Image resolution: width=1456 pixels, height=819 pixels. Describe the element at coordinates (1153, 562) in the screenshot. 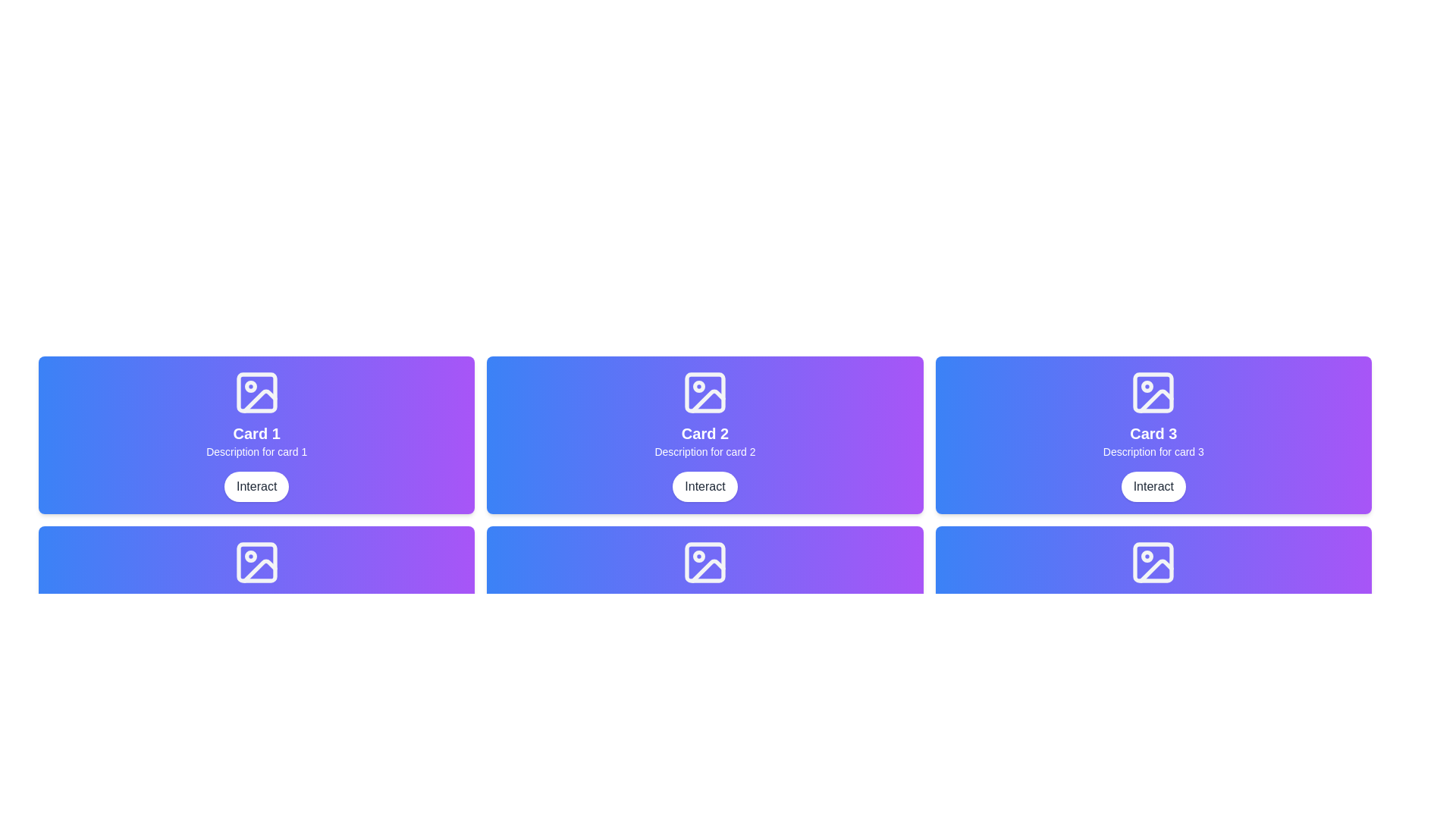

I see `the largest decorative graphic (SVG rectangle) in Card 3 located at the bottom row of the card layout` at that location.